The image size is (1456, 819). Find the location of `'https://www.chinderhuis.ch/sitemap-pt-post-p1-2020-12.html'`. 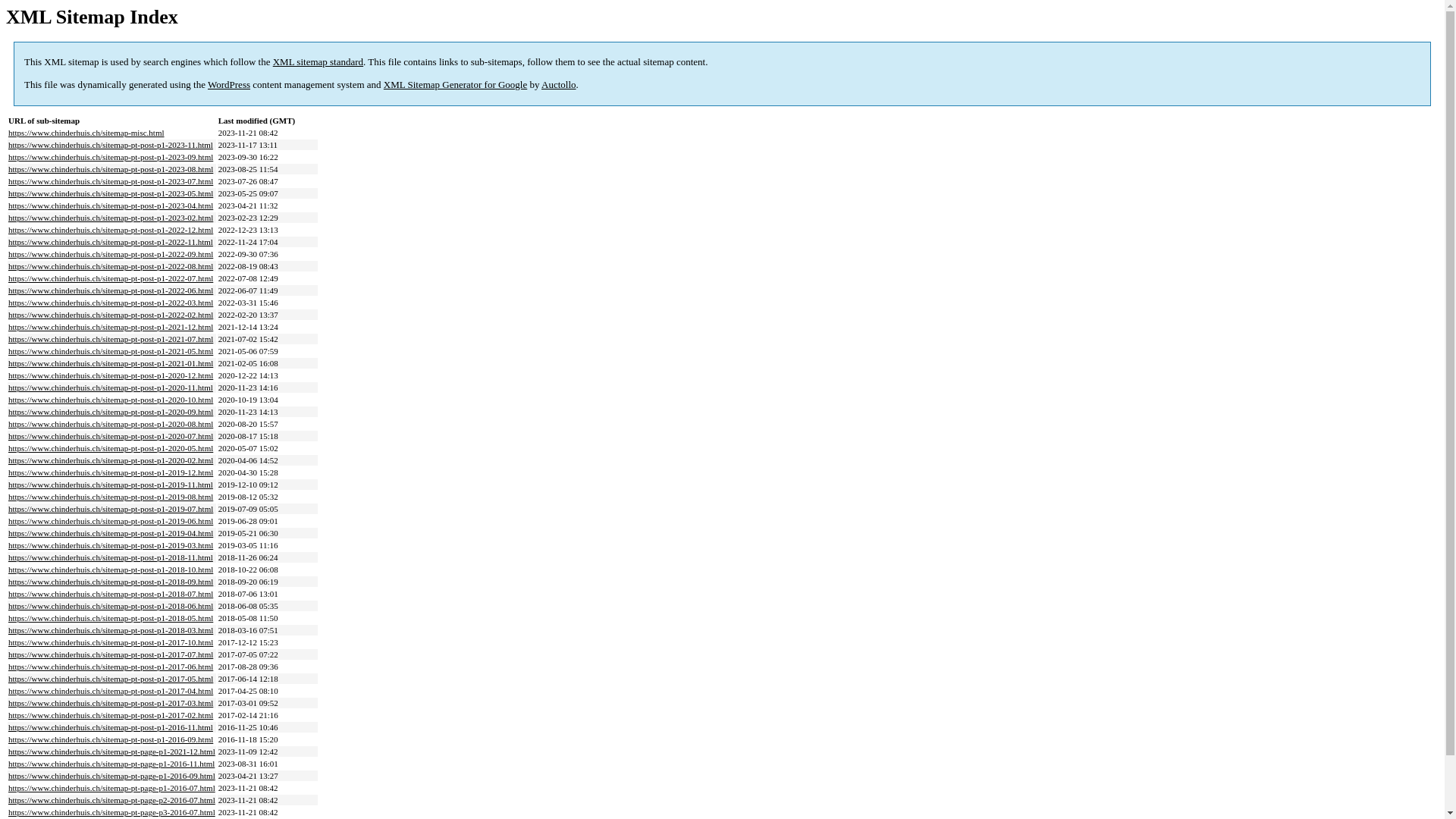

'https://www.chinderhuis.ch/sitemap-pt-post-p1-2020-12.html' is located at coordinates (109, 375).